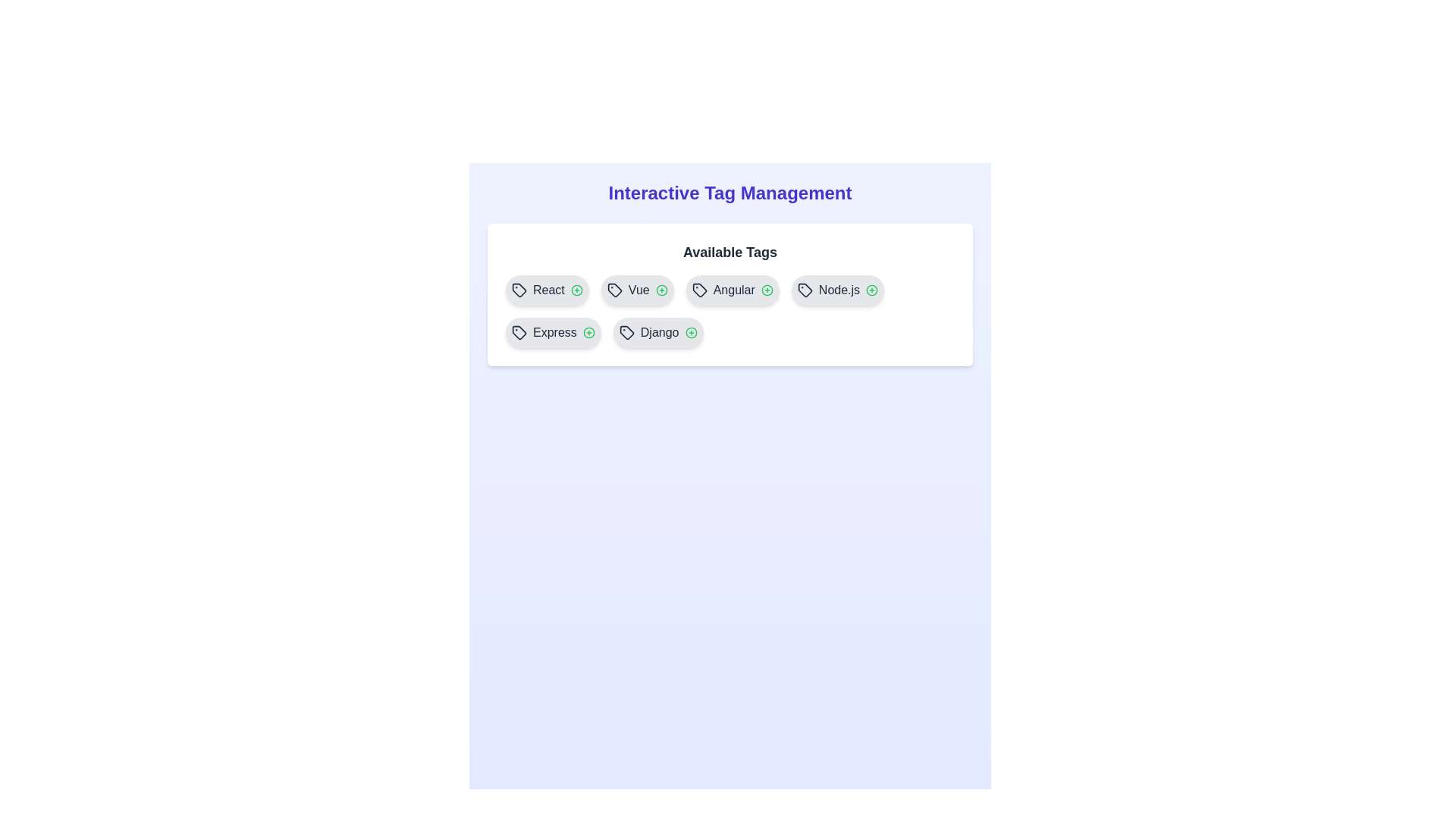 The image size is (1456, 819). I want to click on the green circular SVG Circle Component that forms the border of a plus symbol, located immediately to the right of the 'Vue' tag in the 'Available Tags' section, so click(661, 290).